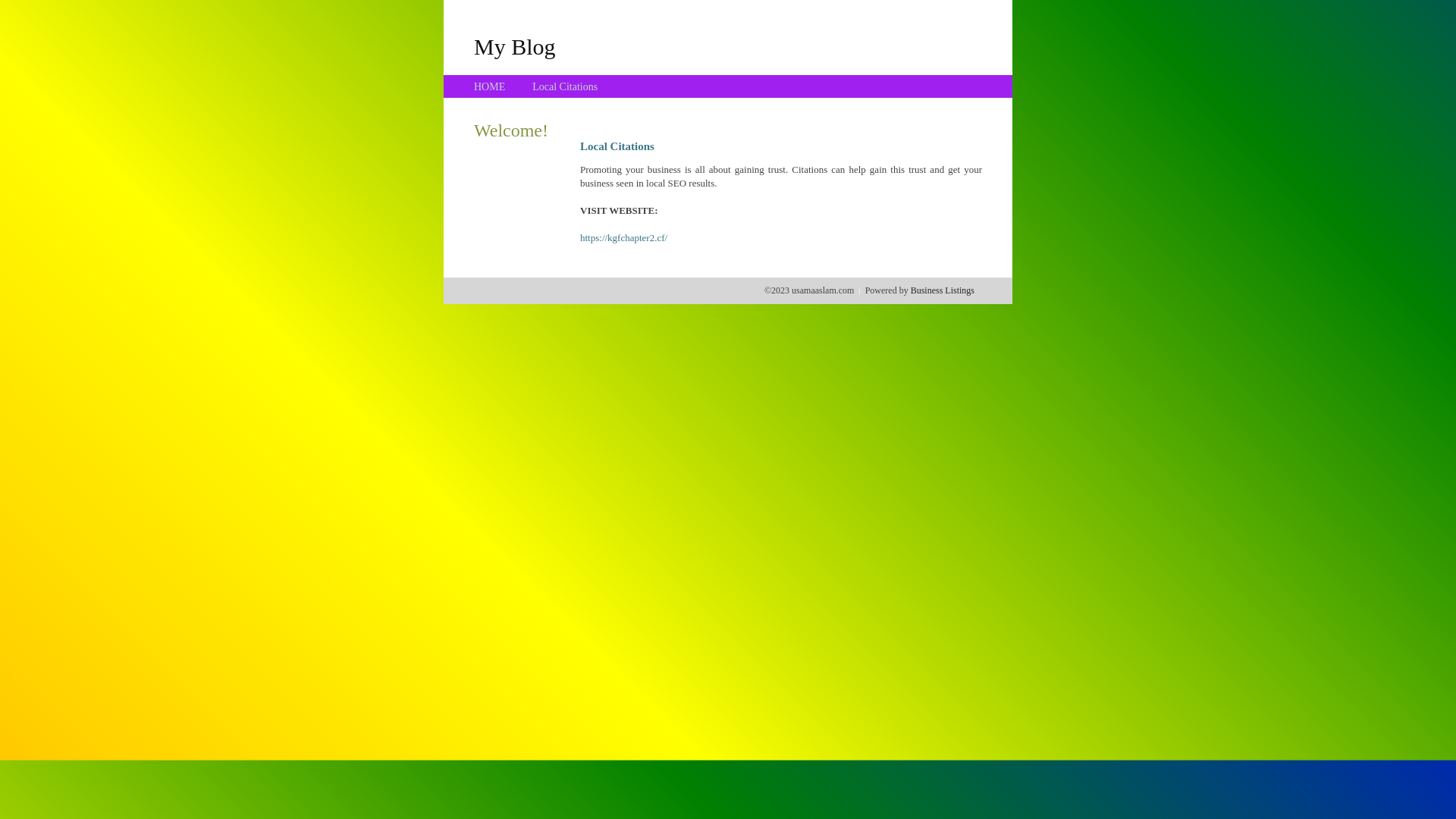  Describe the element at coordinates (532, 86) in the screenshot. I see `'Local Citations'` at that location.